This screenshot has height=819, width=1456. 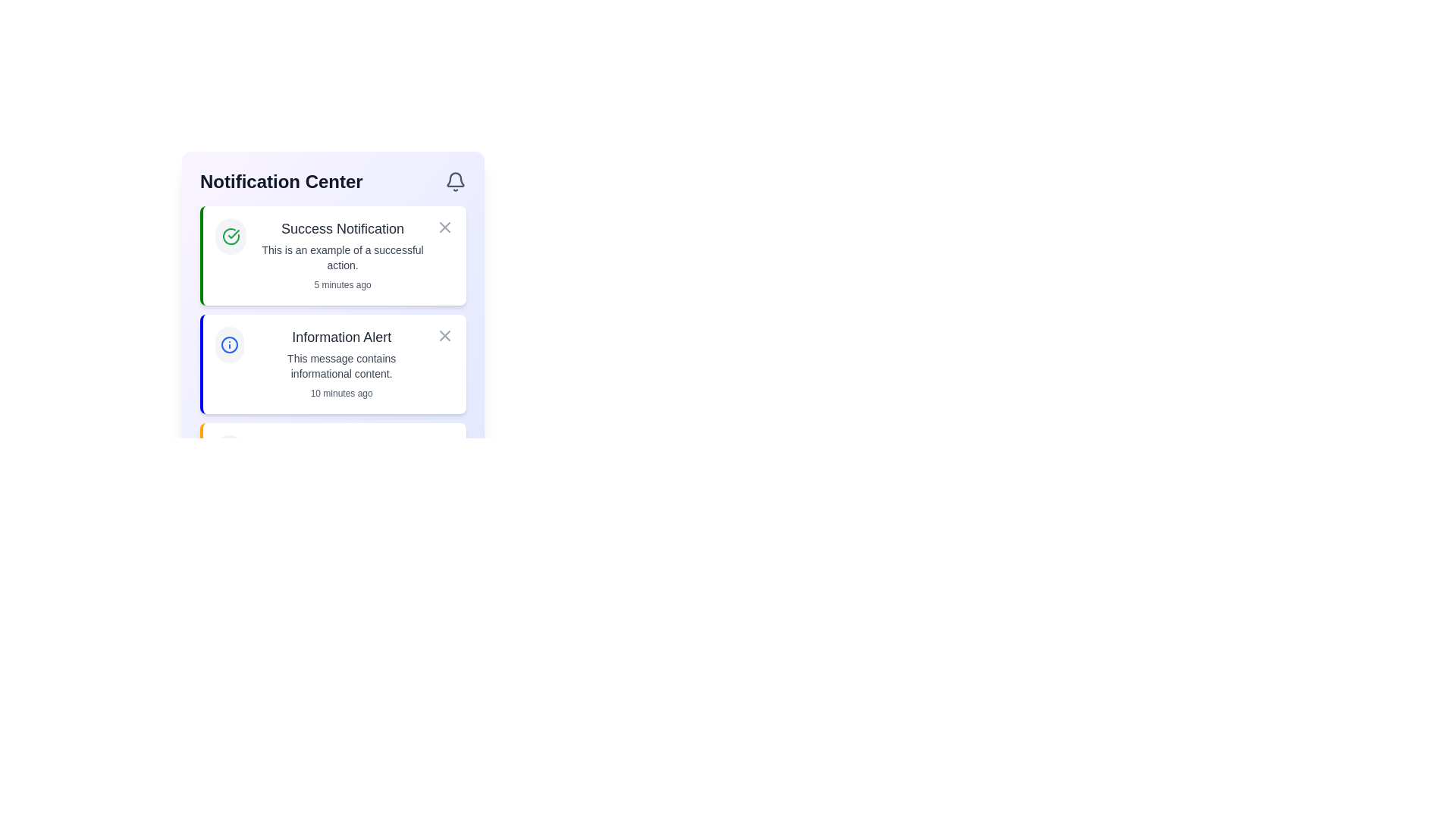 I want to click on the Notification Card located directly below the 'Success Notification' in the vertical list of notifications, so click(x=332, y=346).